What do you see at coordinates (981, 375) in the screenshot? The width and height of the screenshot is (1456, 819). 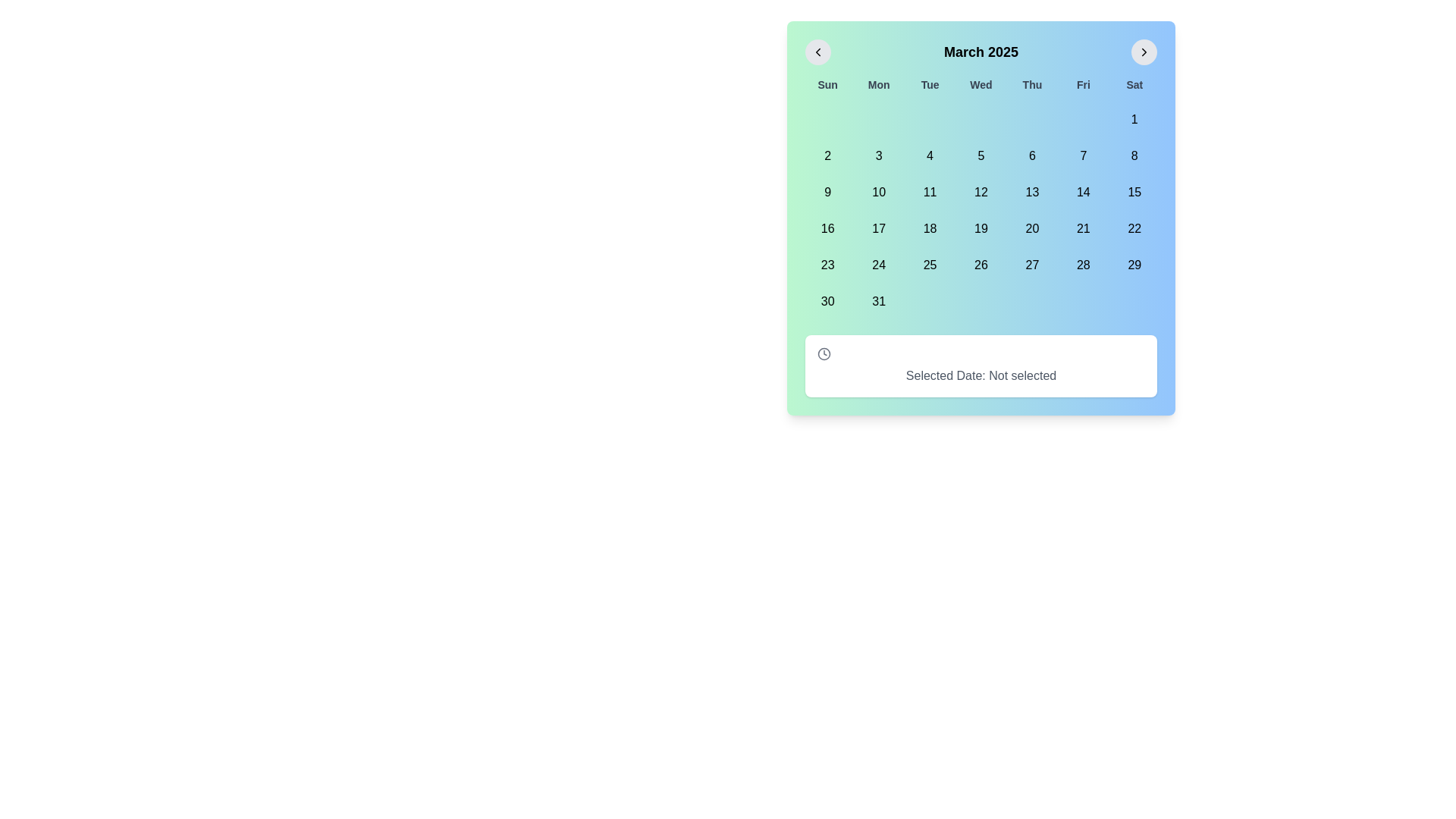 I see `the text label displaying 'Selected Date: Not selected' which is located at the bottom center of the calendar interface` at bounding box center [981, 375].